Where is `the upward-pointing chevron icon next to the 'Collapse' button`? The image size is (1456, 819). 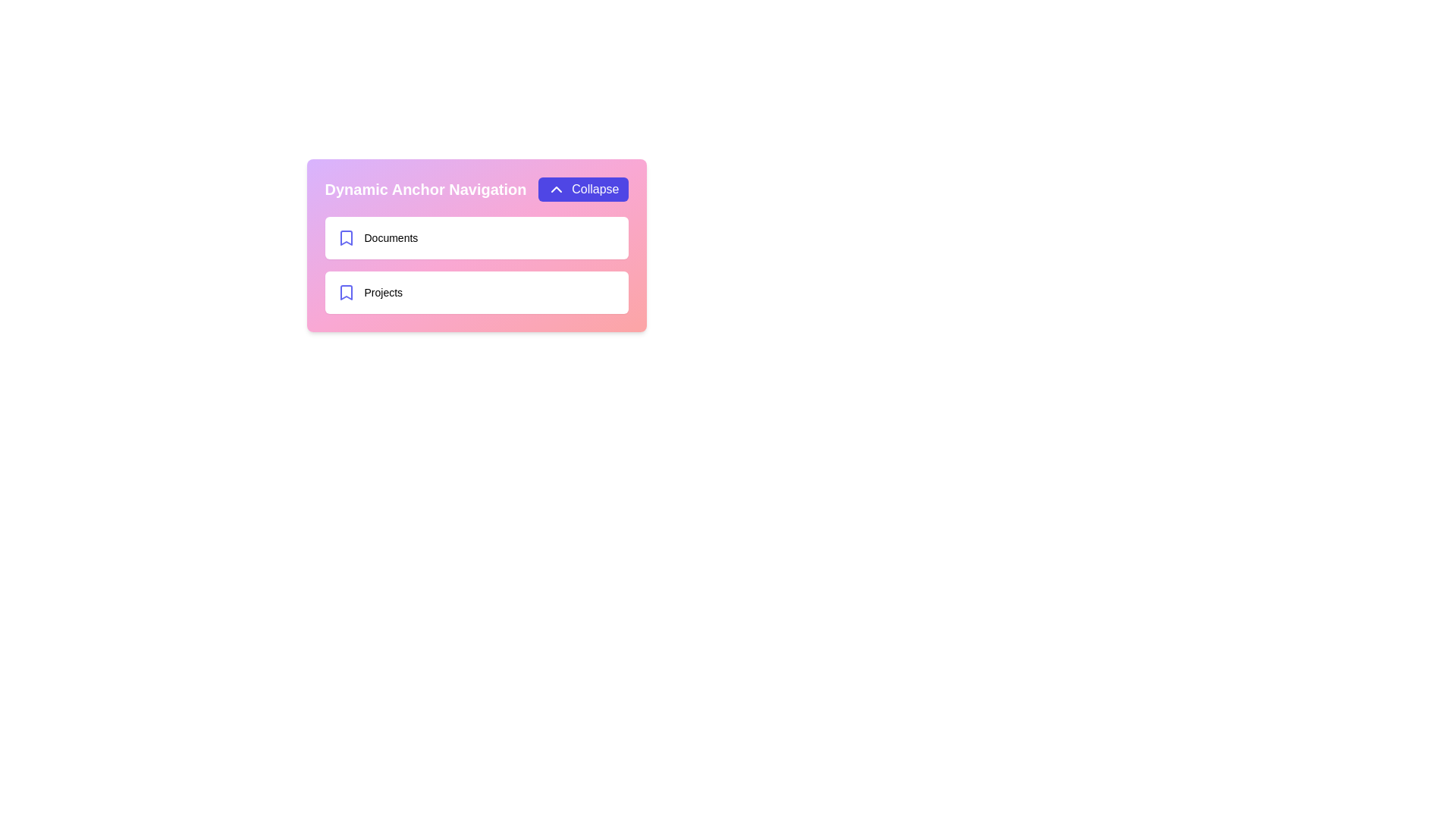
the upward-pointing chevron icon next to the 'Collapse' button is located at coordinates (556, 189).